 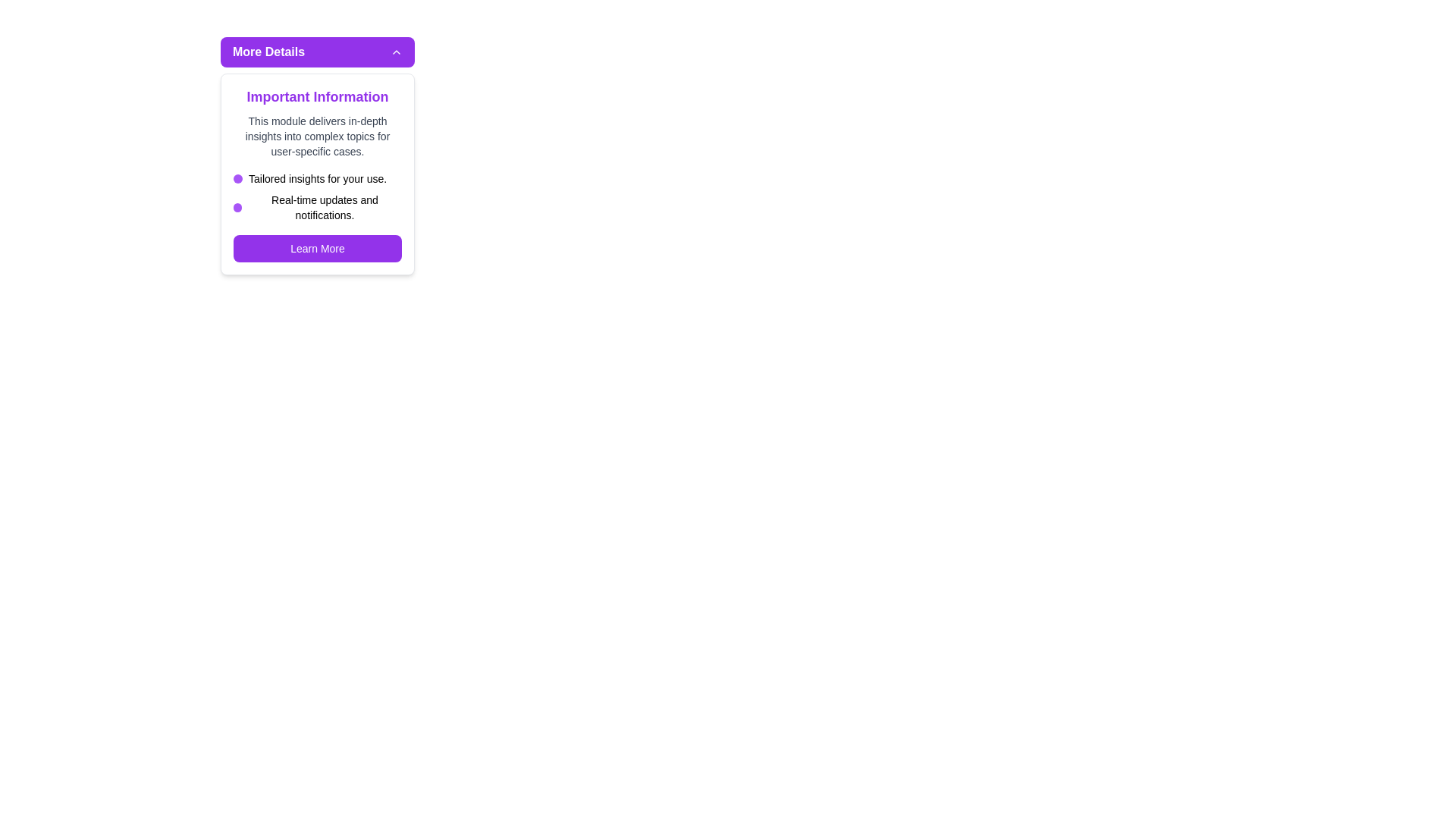 I want to click on the small purple circular visual indicator (dot) located to the left of the text 'Tailored insights for your use.', so click(x=237, y=177).